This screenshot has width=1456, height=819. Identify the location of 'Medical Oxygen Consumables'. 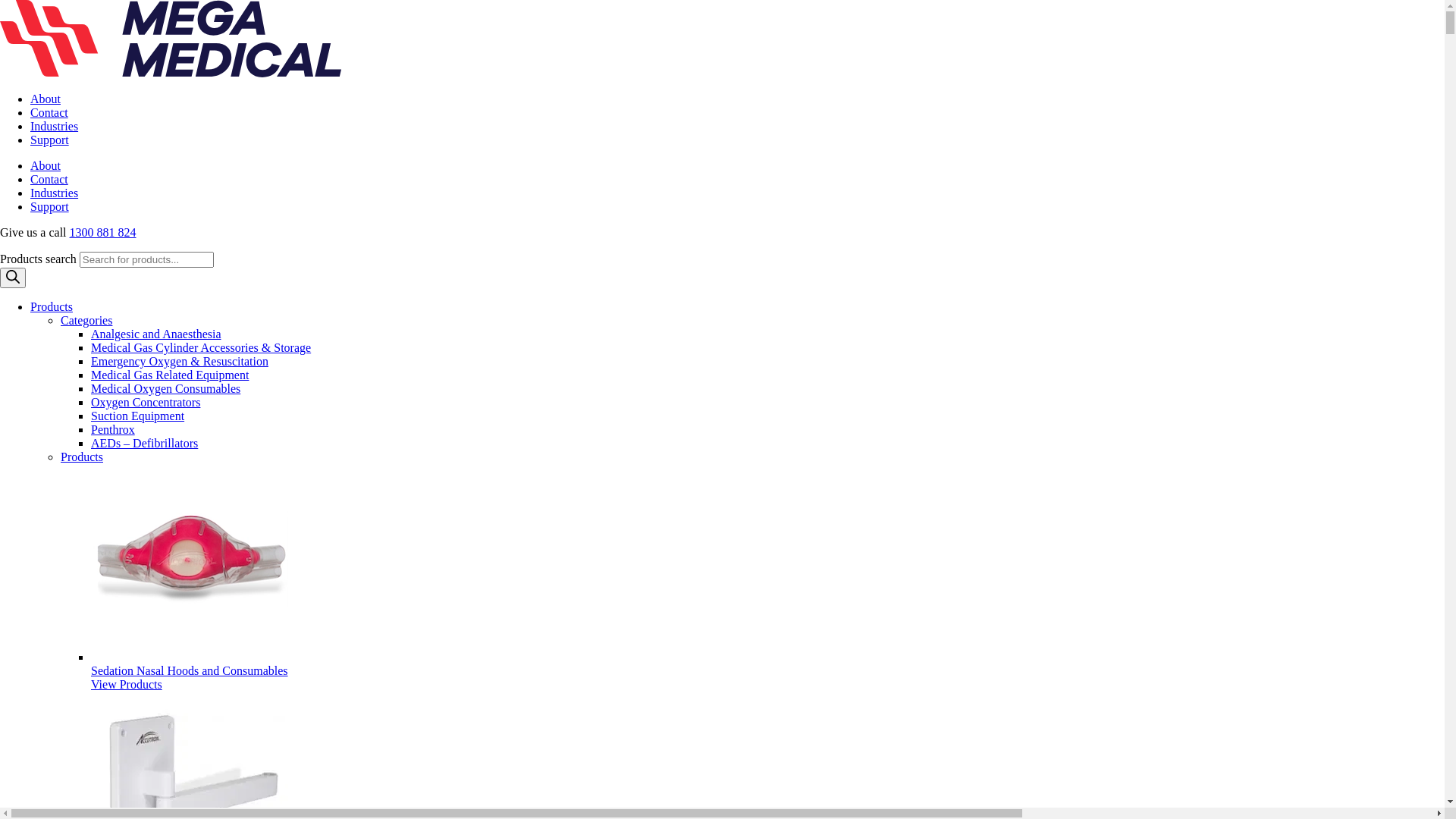
(165, 388).